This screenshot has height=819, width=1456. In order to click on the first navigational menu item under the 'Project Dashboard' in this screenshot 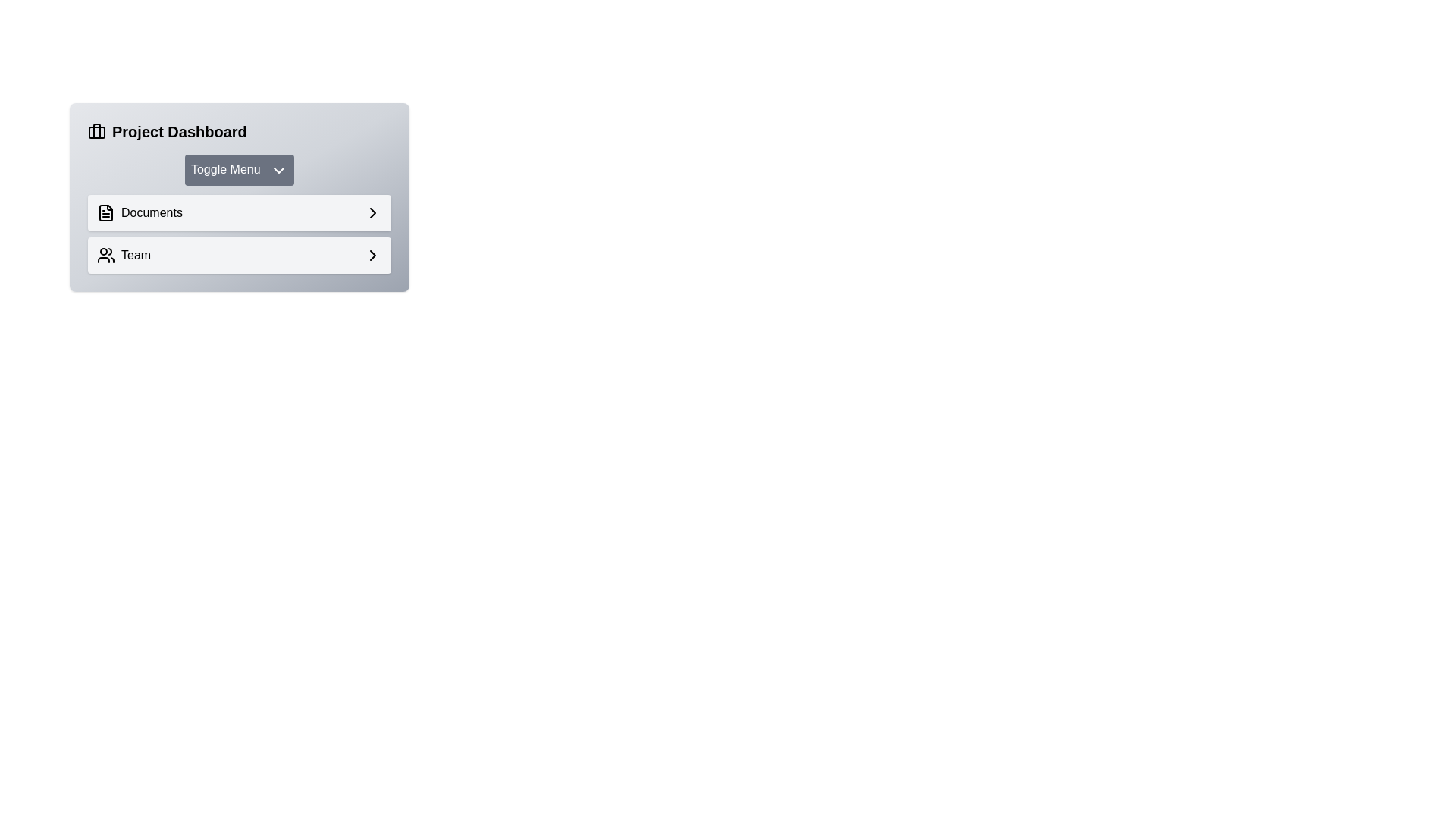, I will do `click(239, 212)`.